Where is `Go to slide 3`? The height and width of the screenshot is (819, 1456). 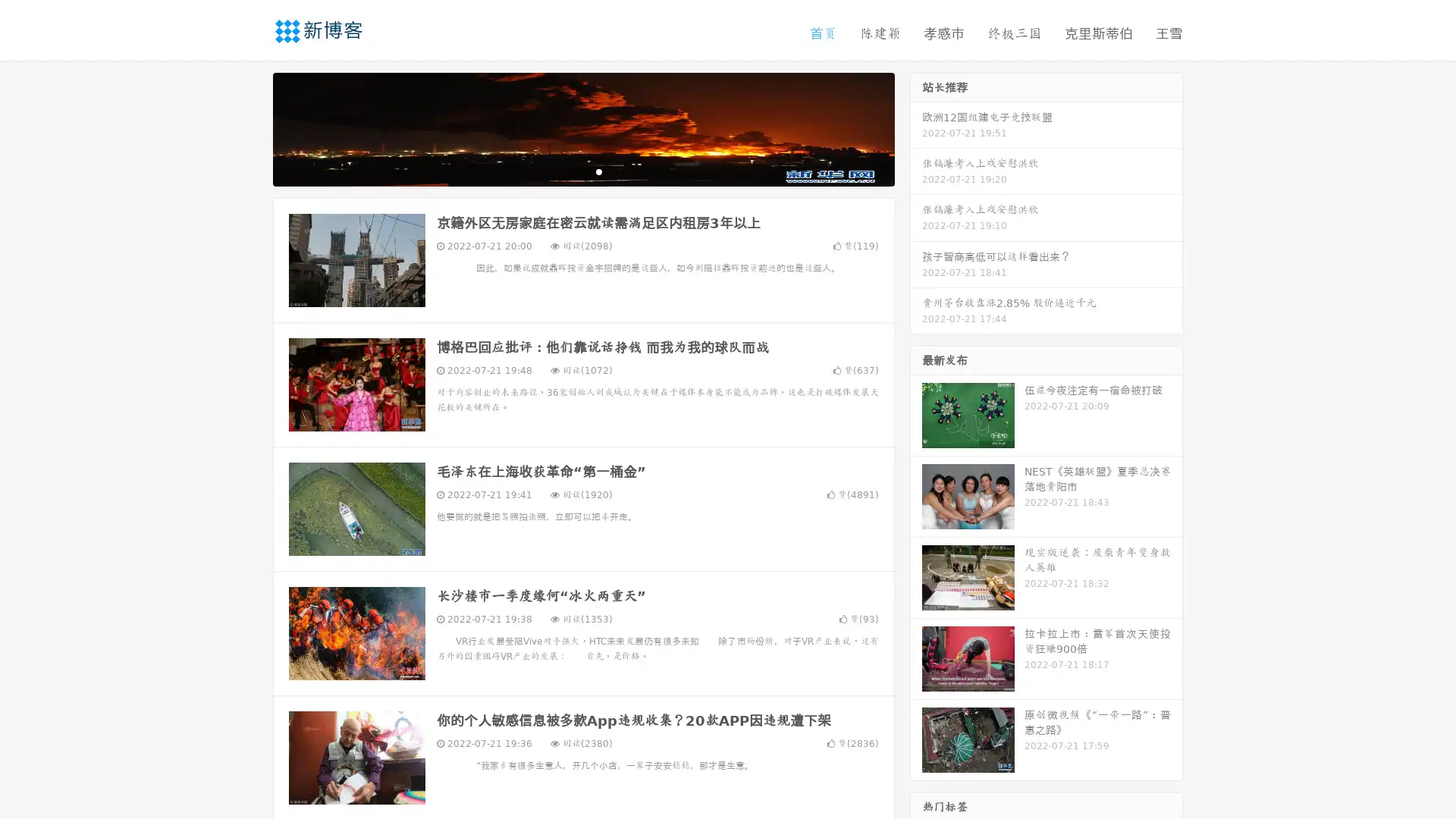 Go to slide 3 is located at coordinates (598, 171).